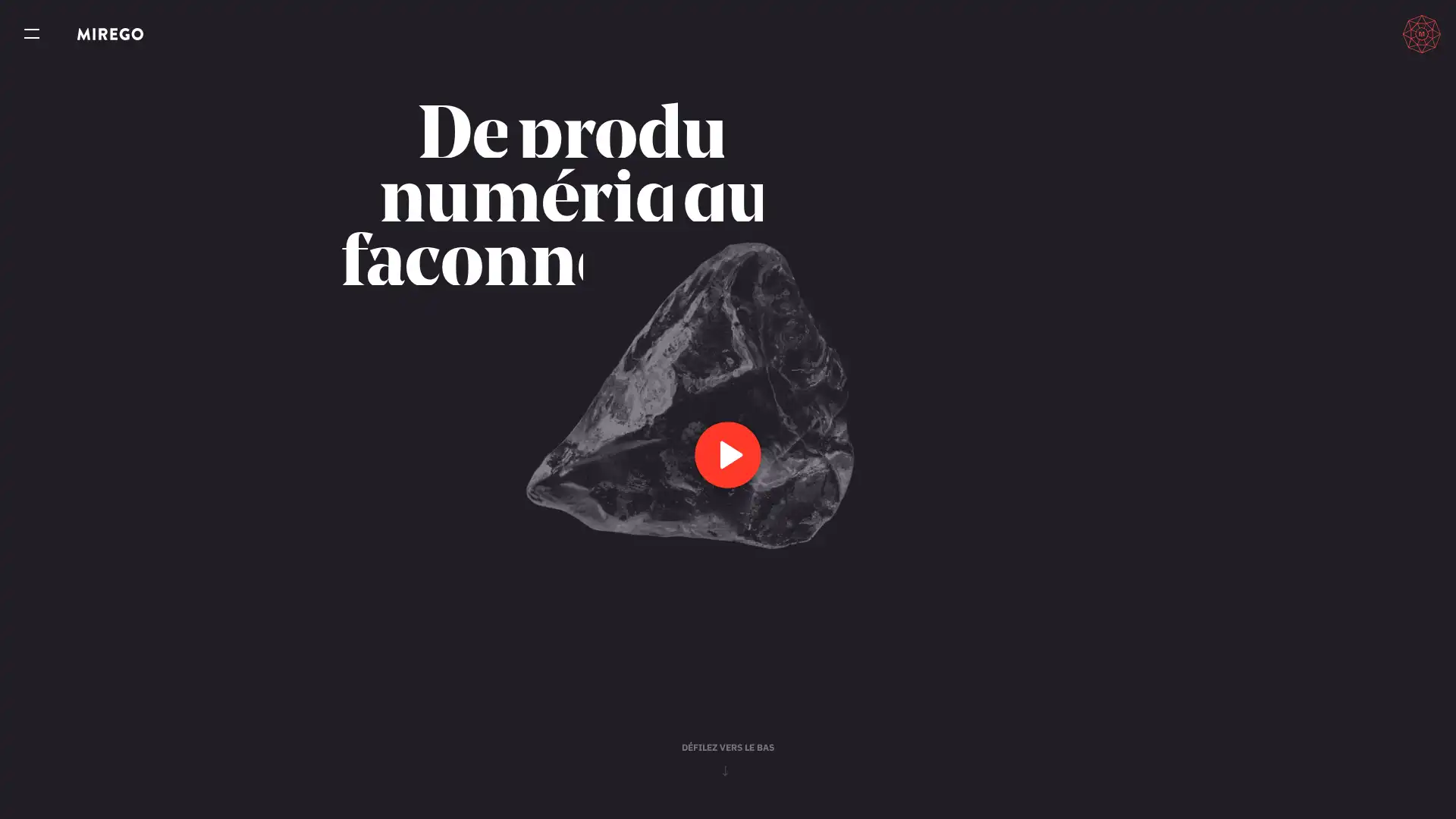 The image size is (1456, 819). I want to click on Switch to English version, so click(1354, 33).